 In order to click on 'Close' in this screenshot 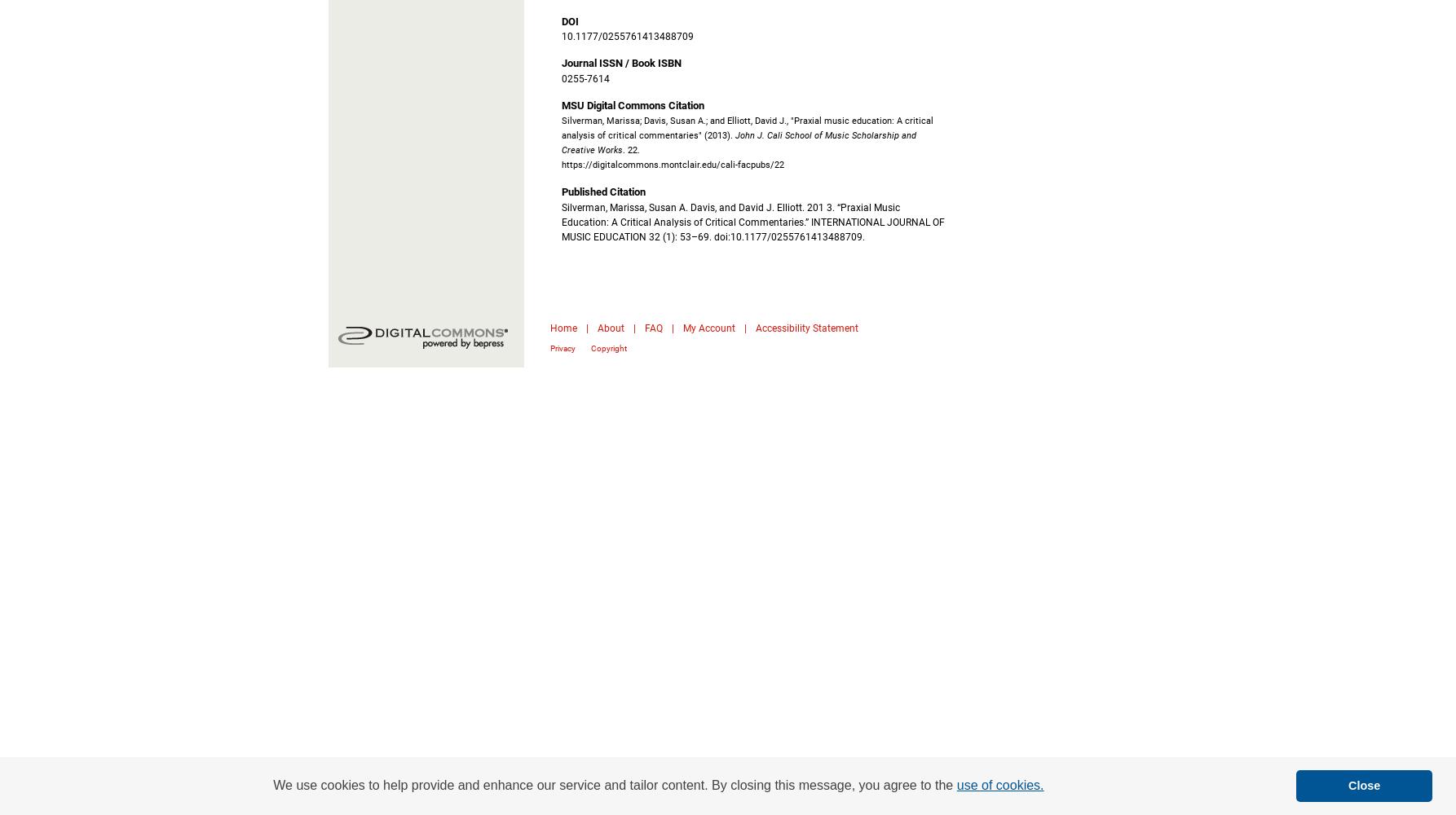, I will do `click(1363, 785)`.